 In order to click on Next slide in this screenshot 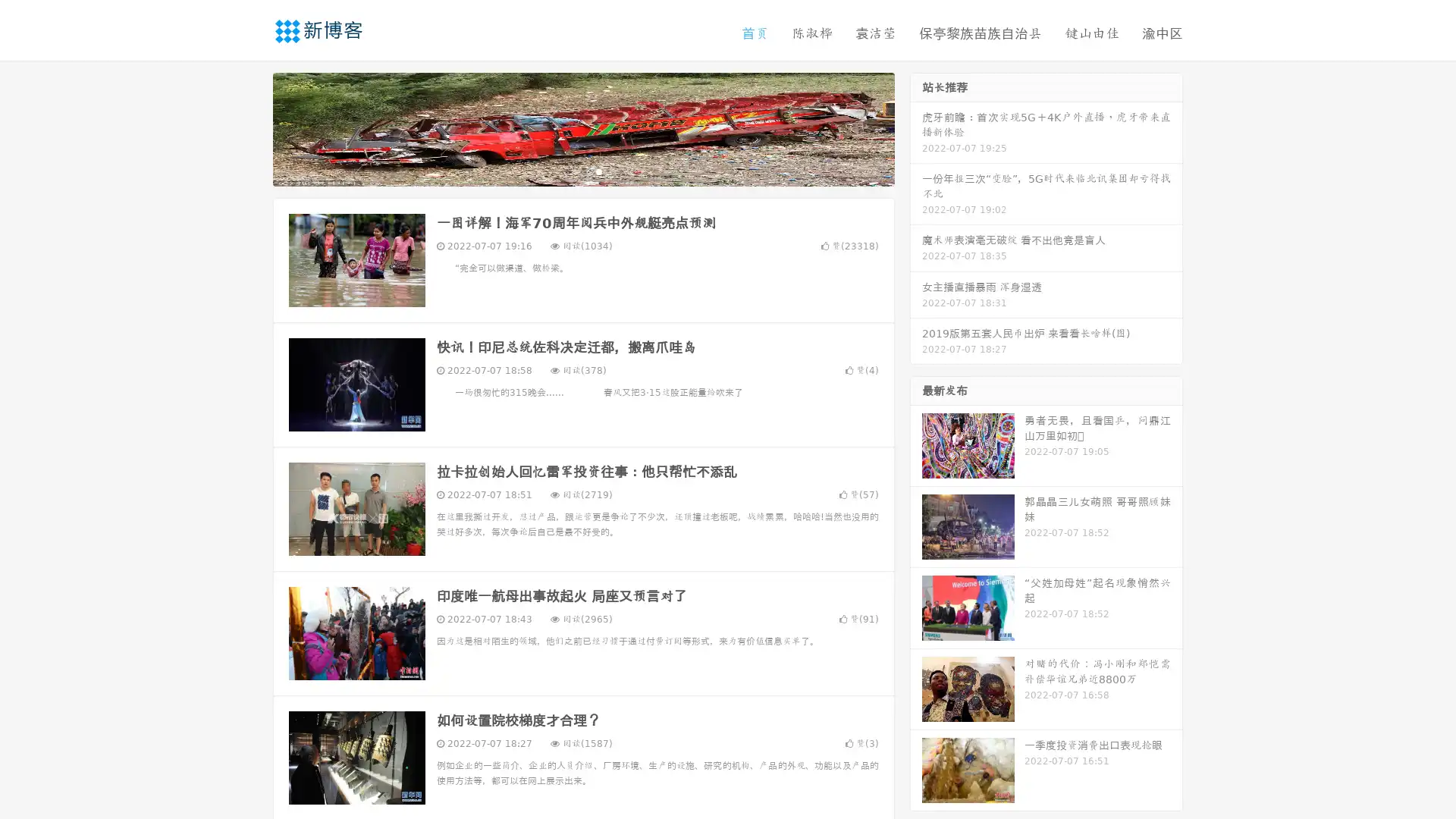, I will do `click(916, 127)`.